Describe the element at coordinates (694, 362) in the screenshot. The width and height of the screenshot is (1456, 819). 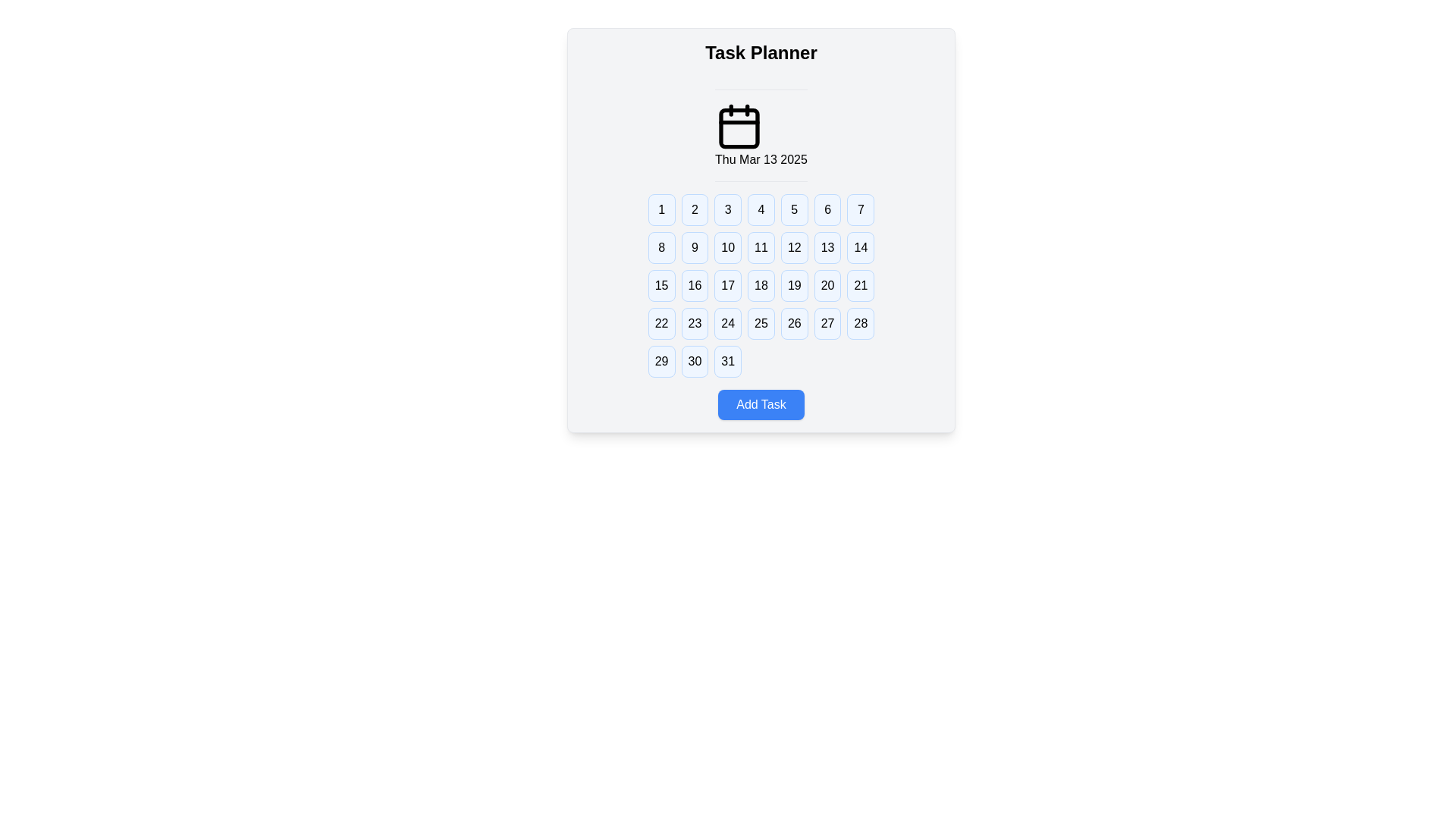
I see `the Calendar Date Item element displaying the number '30' in the calendar grid` at that location.